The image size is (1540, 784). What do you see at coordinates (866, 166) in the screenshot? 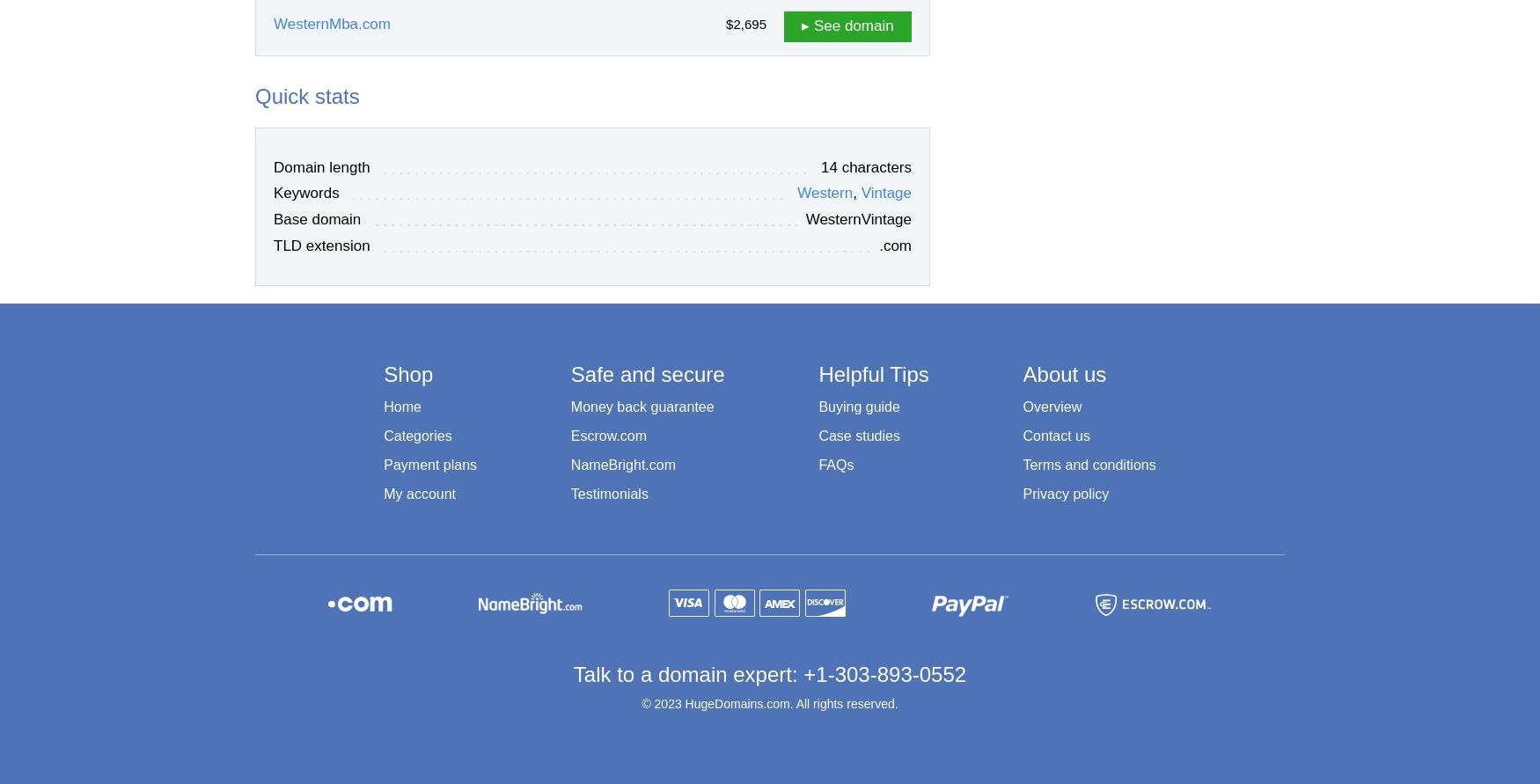
I see `'14 characters'` at bounding box center [866, 166].